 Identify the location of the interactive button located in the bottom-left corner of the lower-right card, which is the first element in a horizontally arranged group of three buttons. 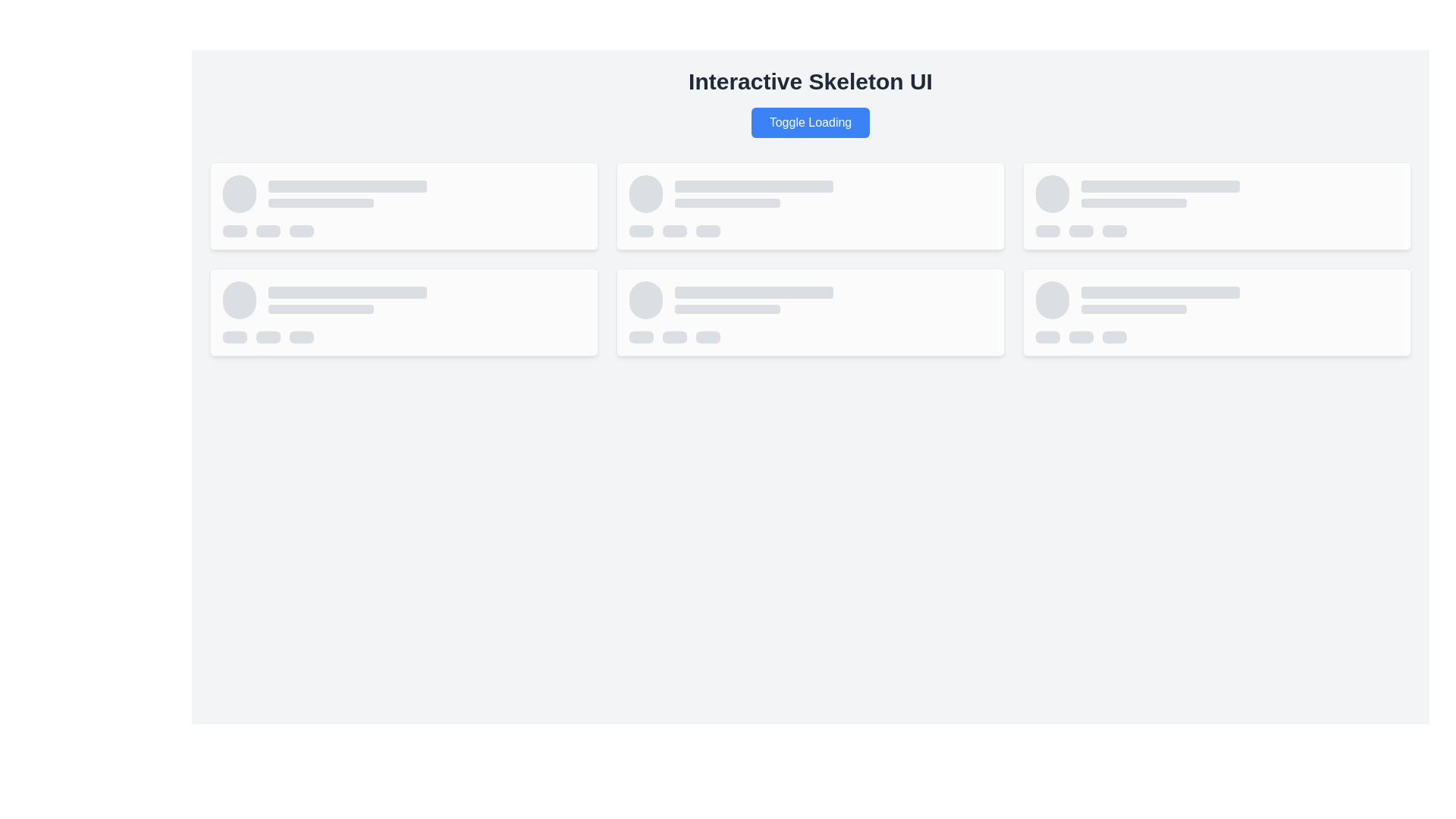
(641, 336).